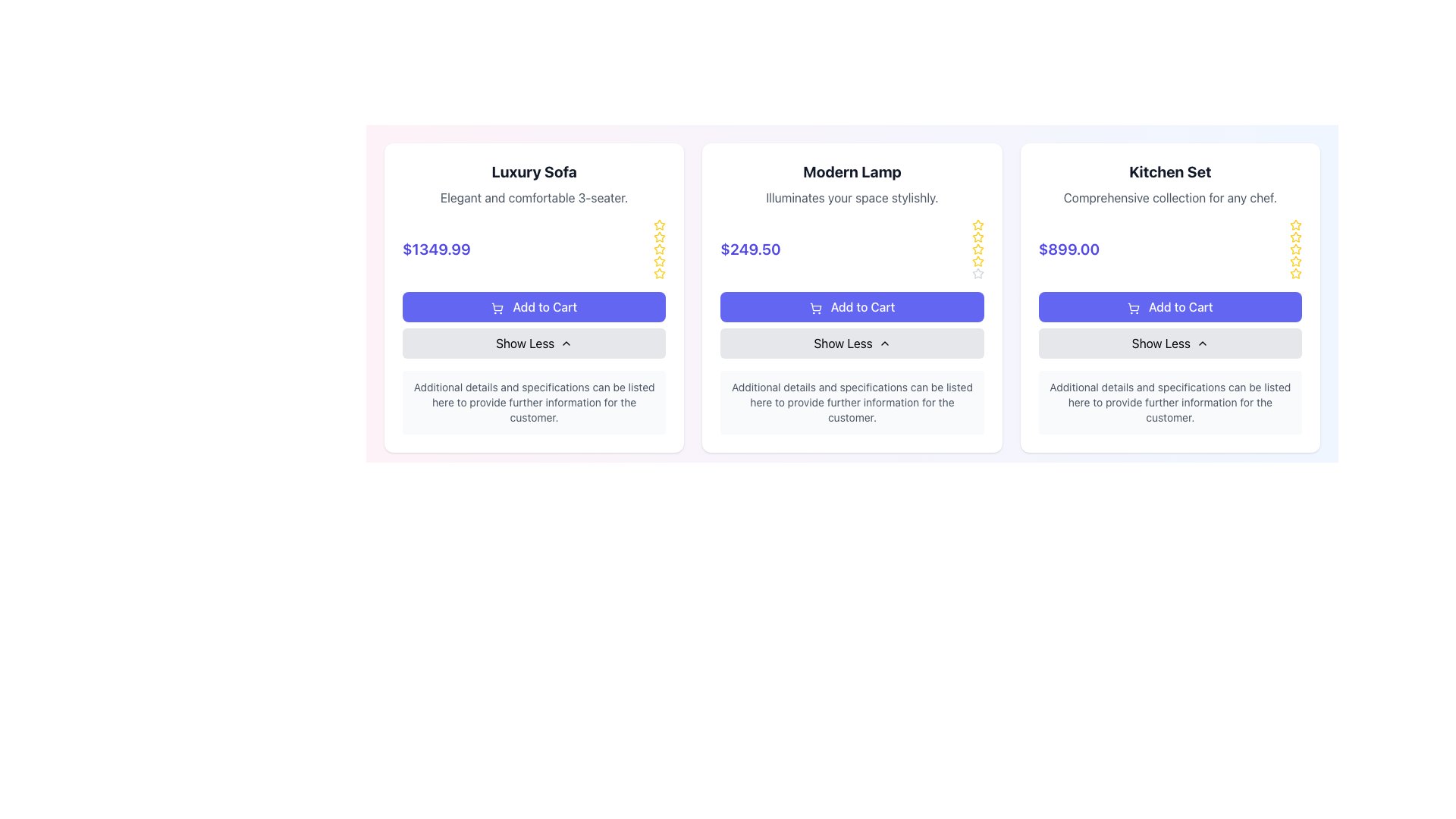 This screenshot has height=819, width=1456. Describe the element at coordinates (1294, 224) in the screenshot. I see `the first SVG icon styled as a rating star in the rating section of the 'Kitchen Set' product card to assign a one-star rating` at that location.